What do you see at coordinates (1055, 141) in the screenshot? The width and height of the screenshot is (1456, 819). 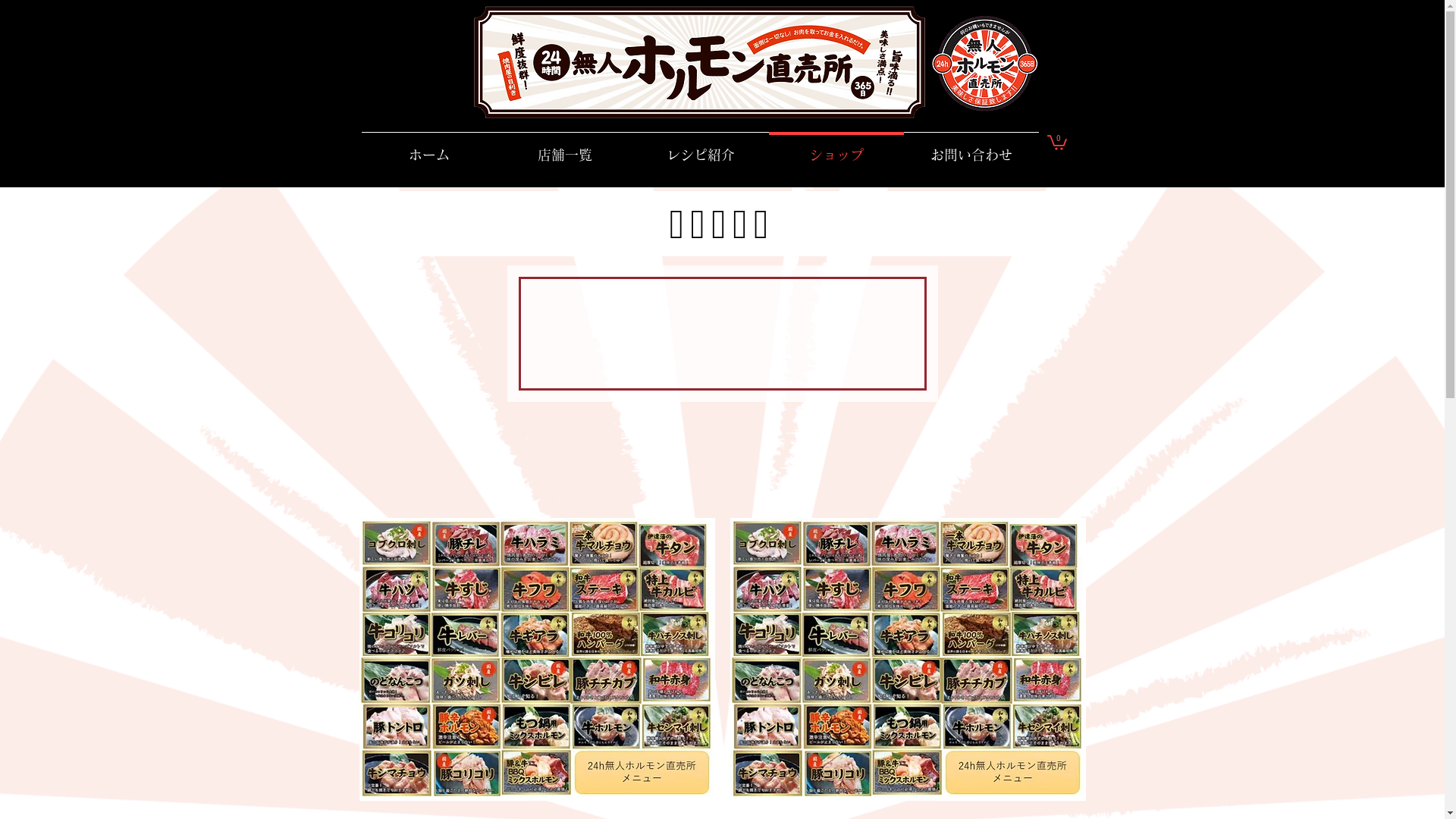 I see `'0'` at bounding box center [1055, 141].